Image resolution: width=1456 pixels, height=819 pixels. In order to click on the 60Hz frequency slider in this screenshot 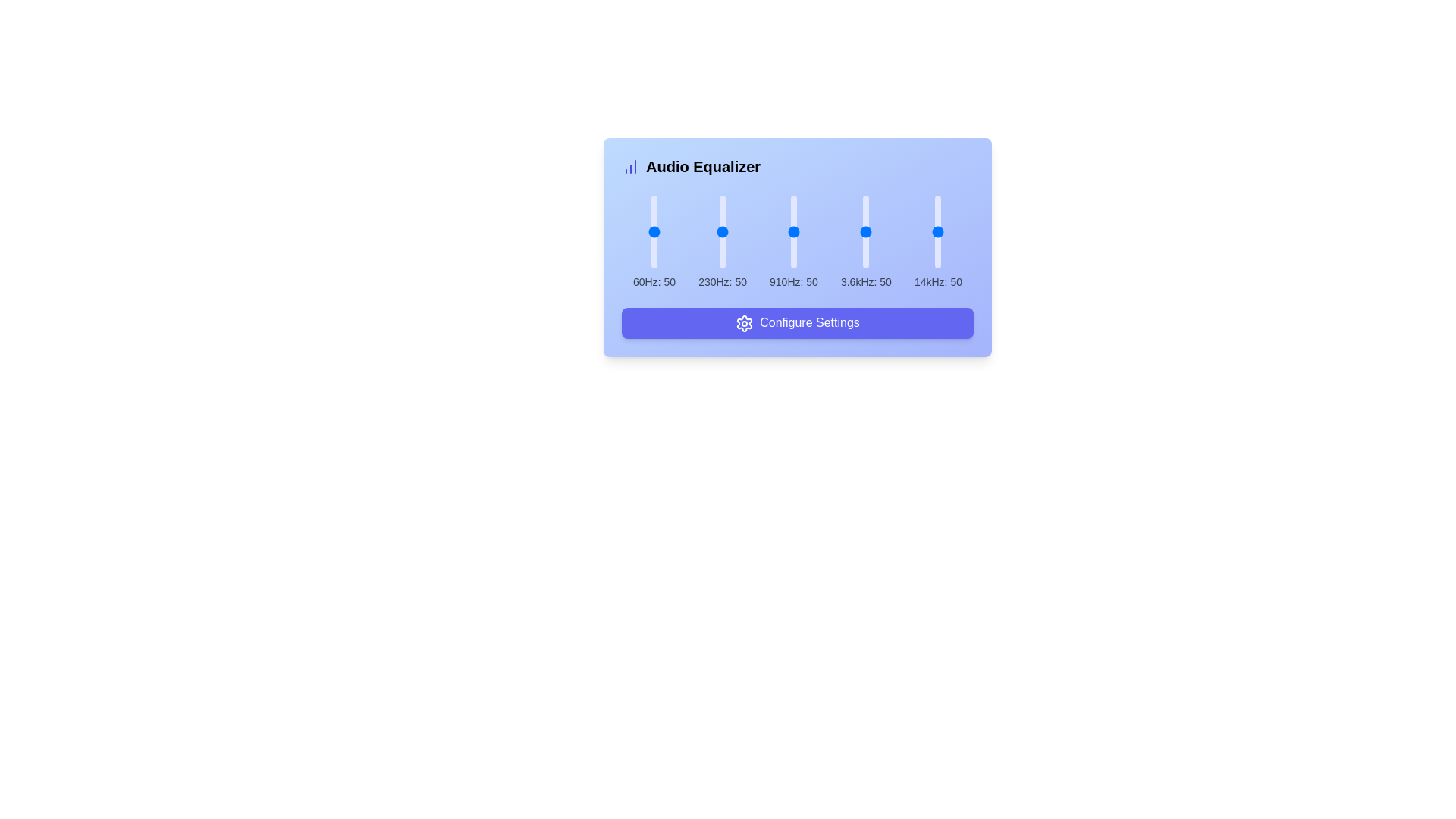, I will do `click(654, 209)`.